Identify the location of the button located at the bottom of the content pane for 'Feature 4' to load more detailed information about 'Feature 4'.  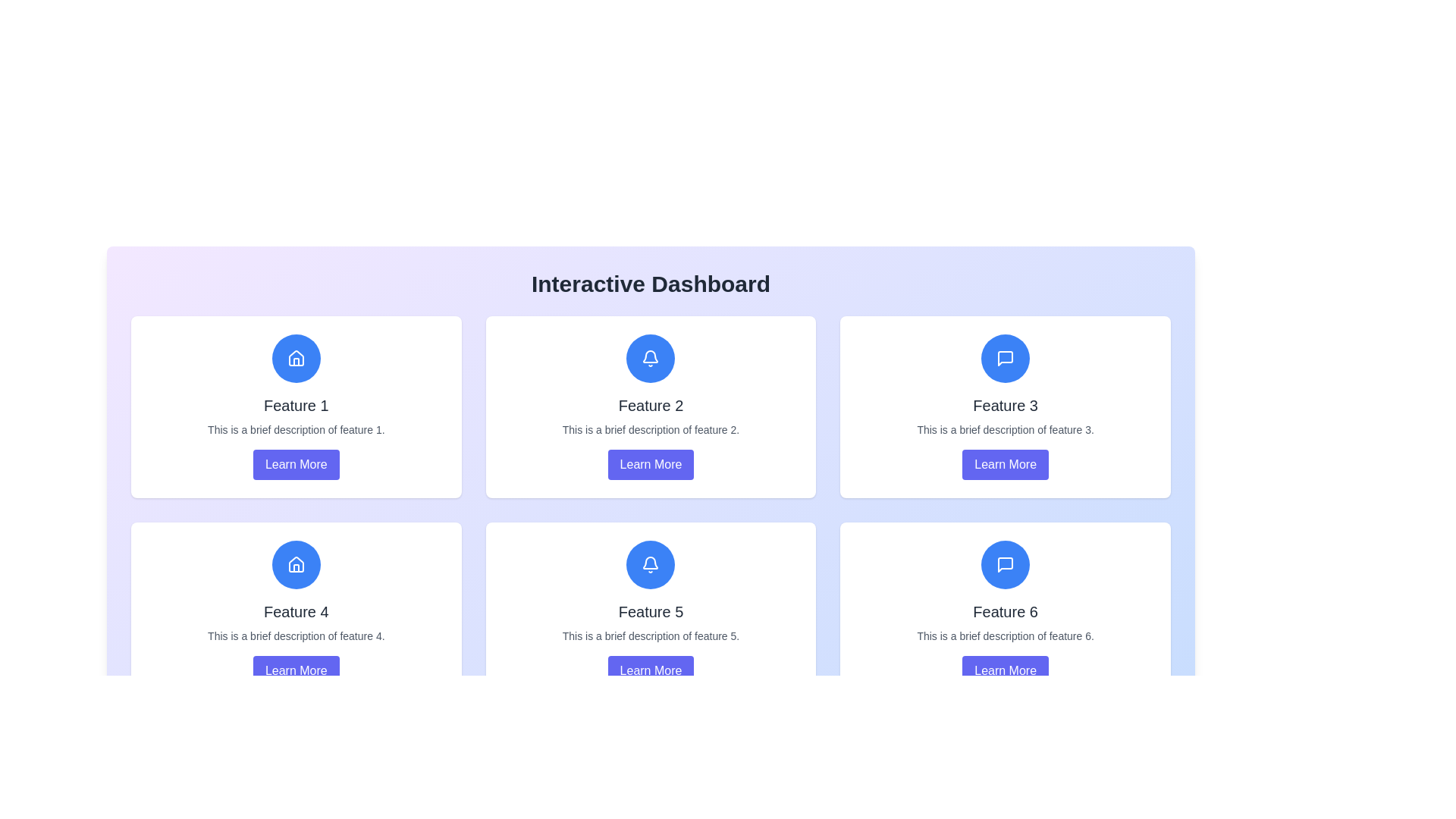
(296, 670).